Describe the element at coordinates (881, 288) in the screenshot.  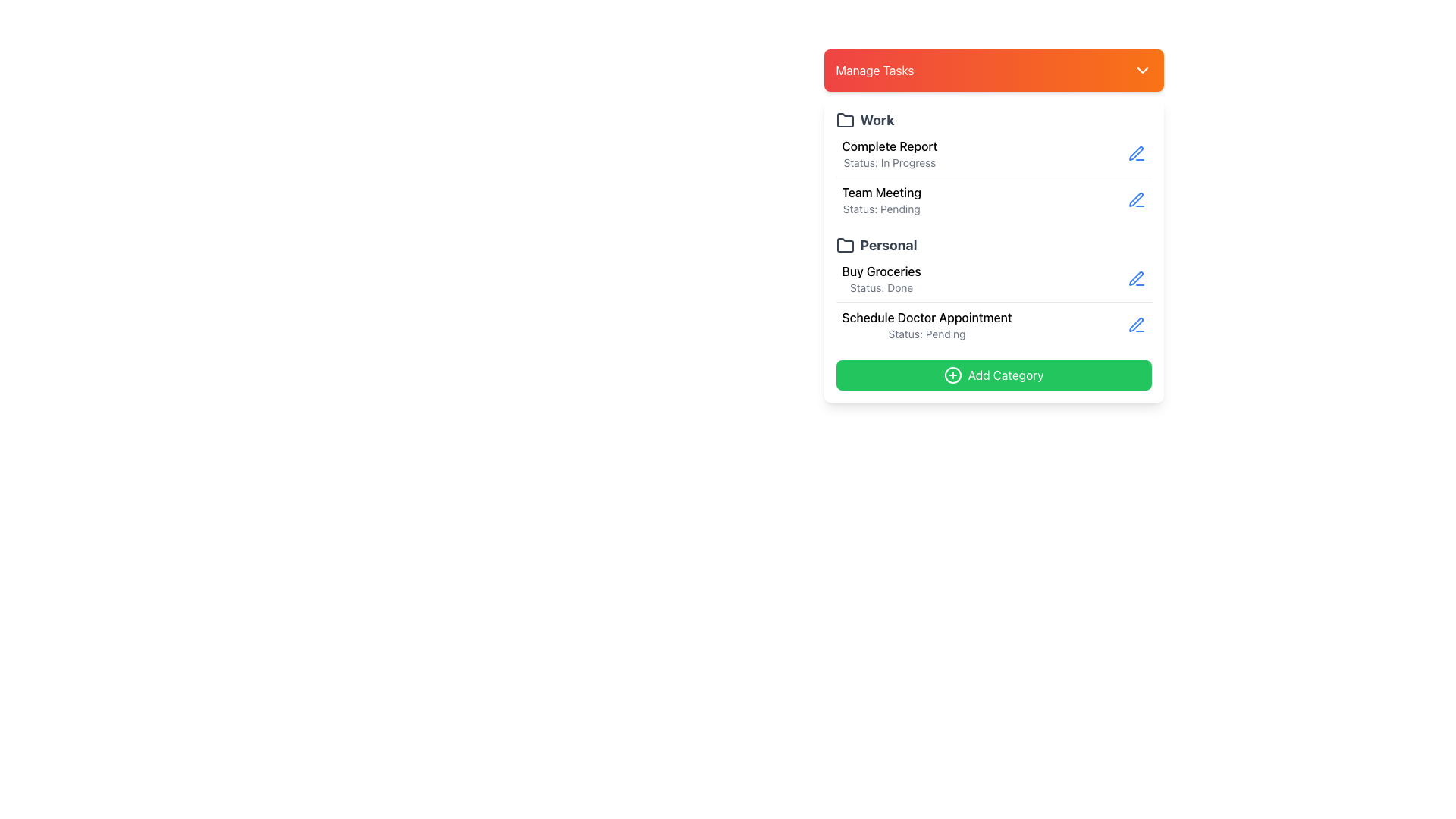
I see `the text label displaying 'Status: Done', which is positioned below the bold text 'Buy Groceries' within the 'Personal' section` at that location.